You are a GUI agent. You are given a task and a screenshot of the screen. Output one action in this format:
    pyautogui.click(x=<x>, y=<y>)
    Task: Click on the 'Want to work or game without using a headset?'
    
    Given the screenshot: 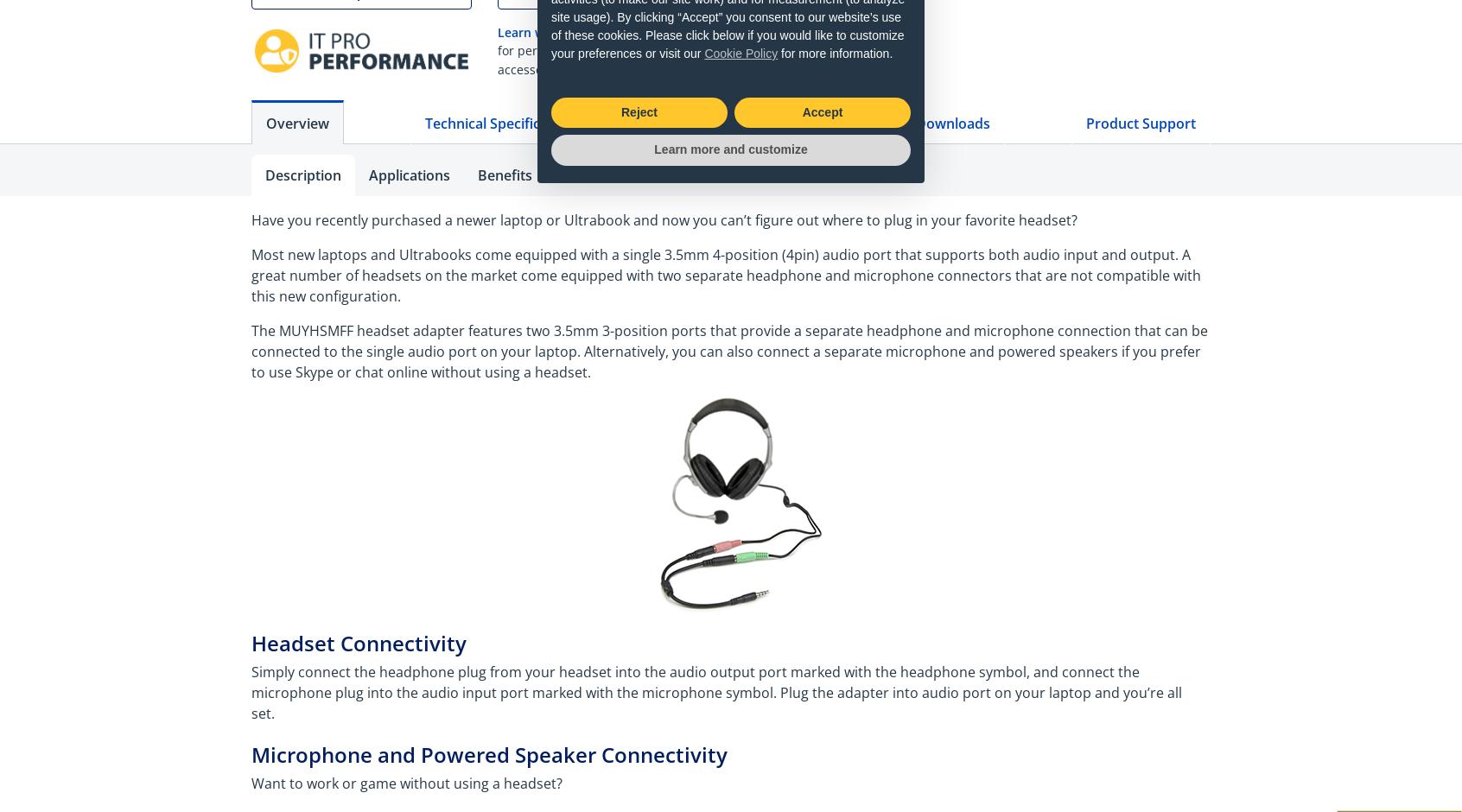 What is the action you would take?
    pyautogui.click(x=251, y=781)
    